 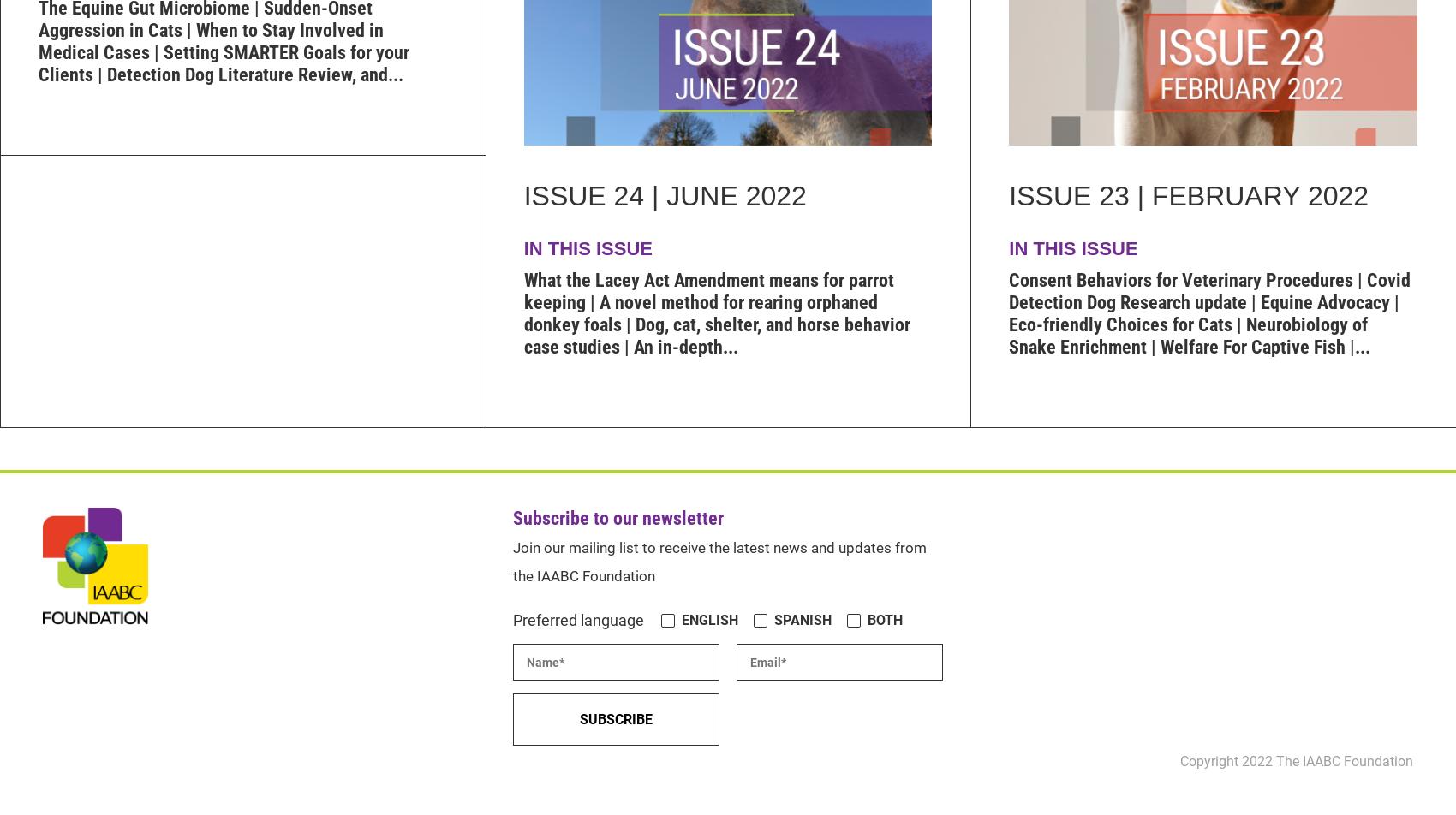 I want to click on 'Subscribe to our newsletter', so click(x=618, y=517).